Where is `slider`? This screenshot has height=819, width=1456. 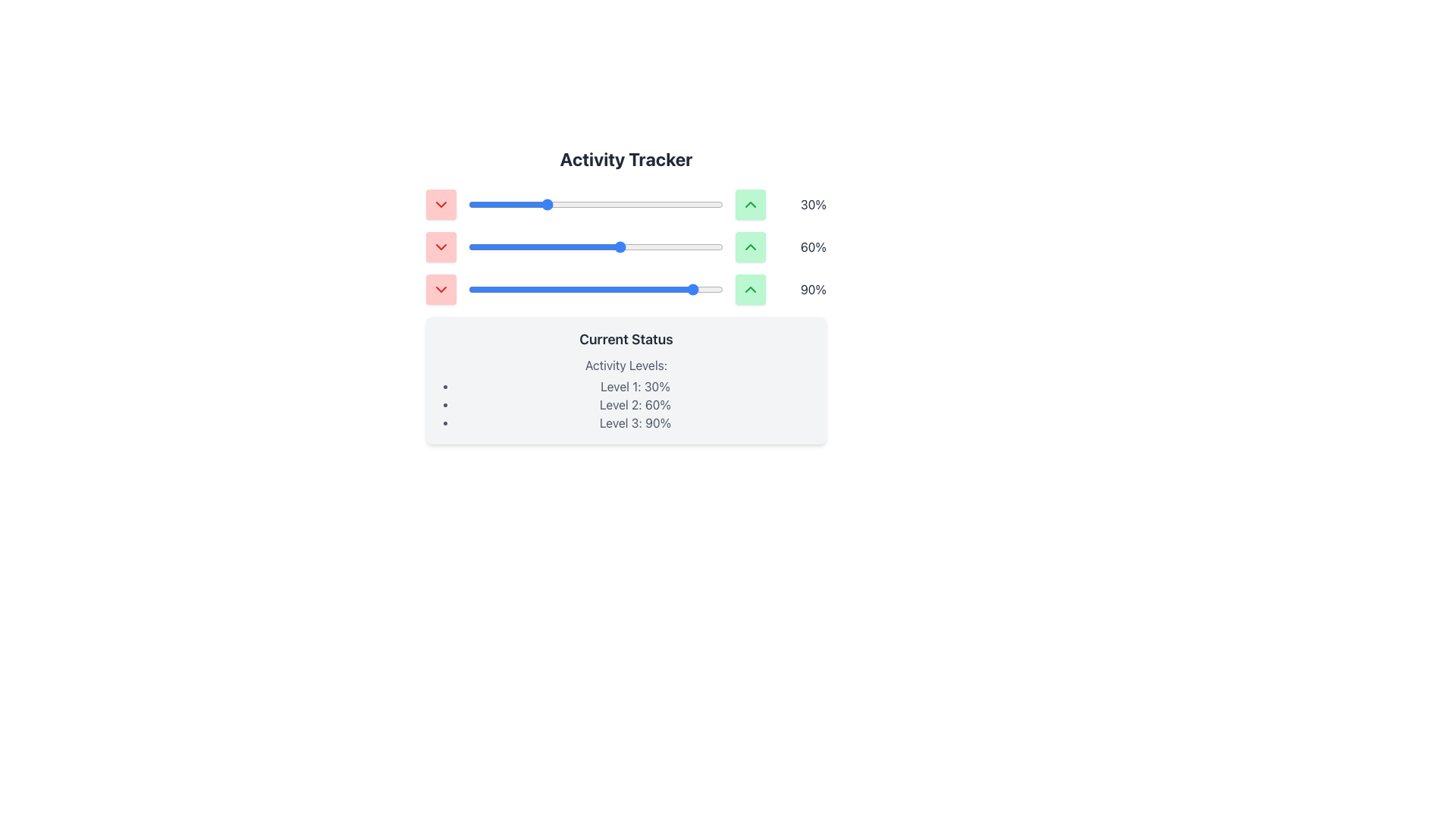
slider is located at coordinates (496, 205).